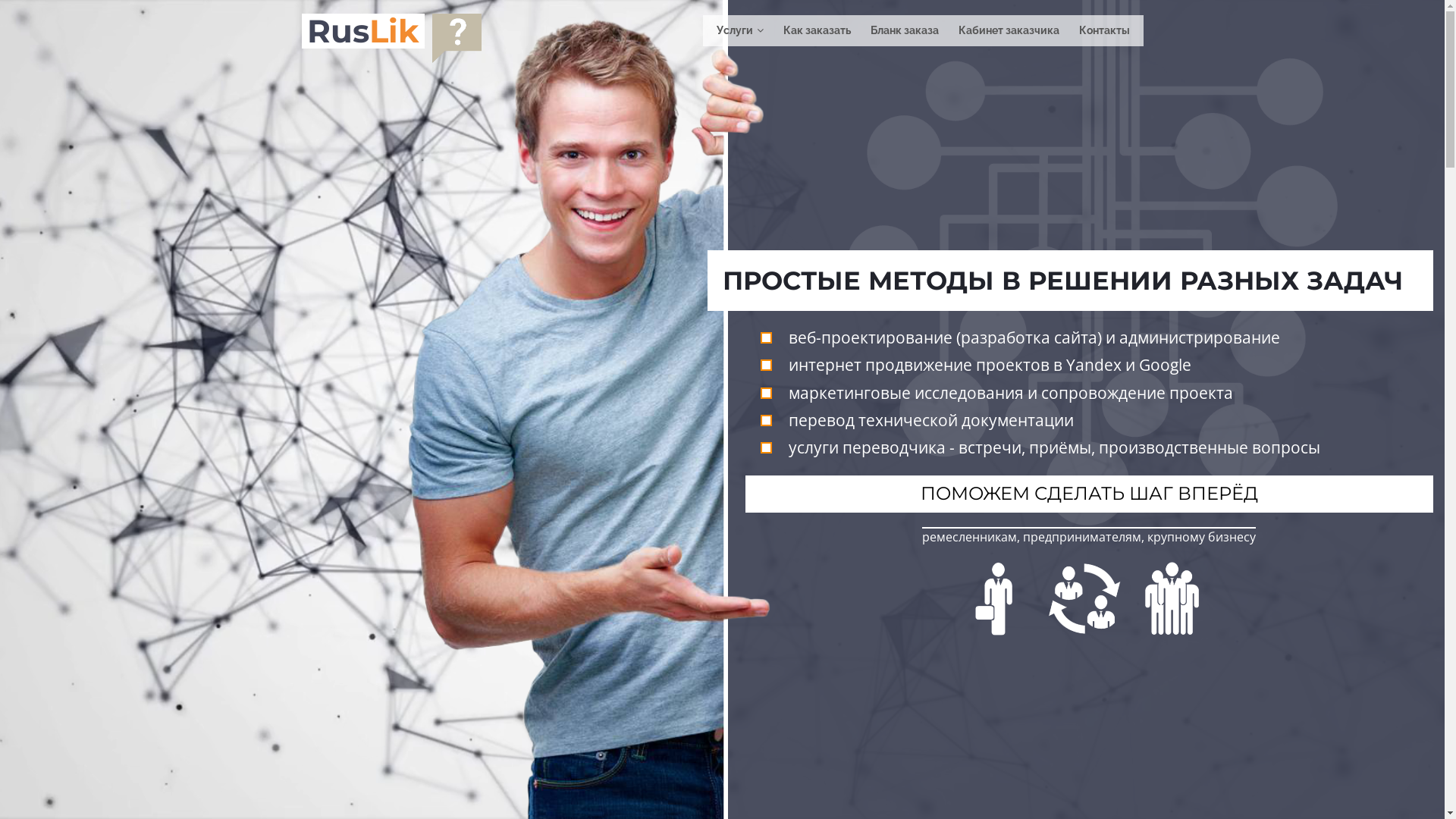  Describe the element at coordinates (456, 37) in the screenshot. I see `'0'` at that location.